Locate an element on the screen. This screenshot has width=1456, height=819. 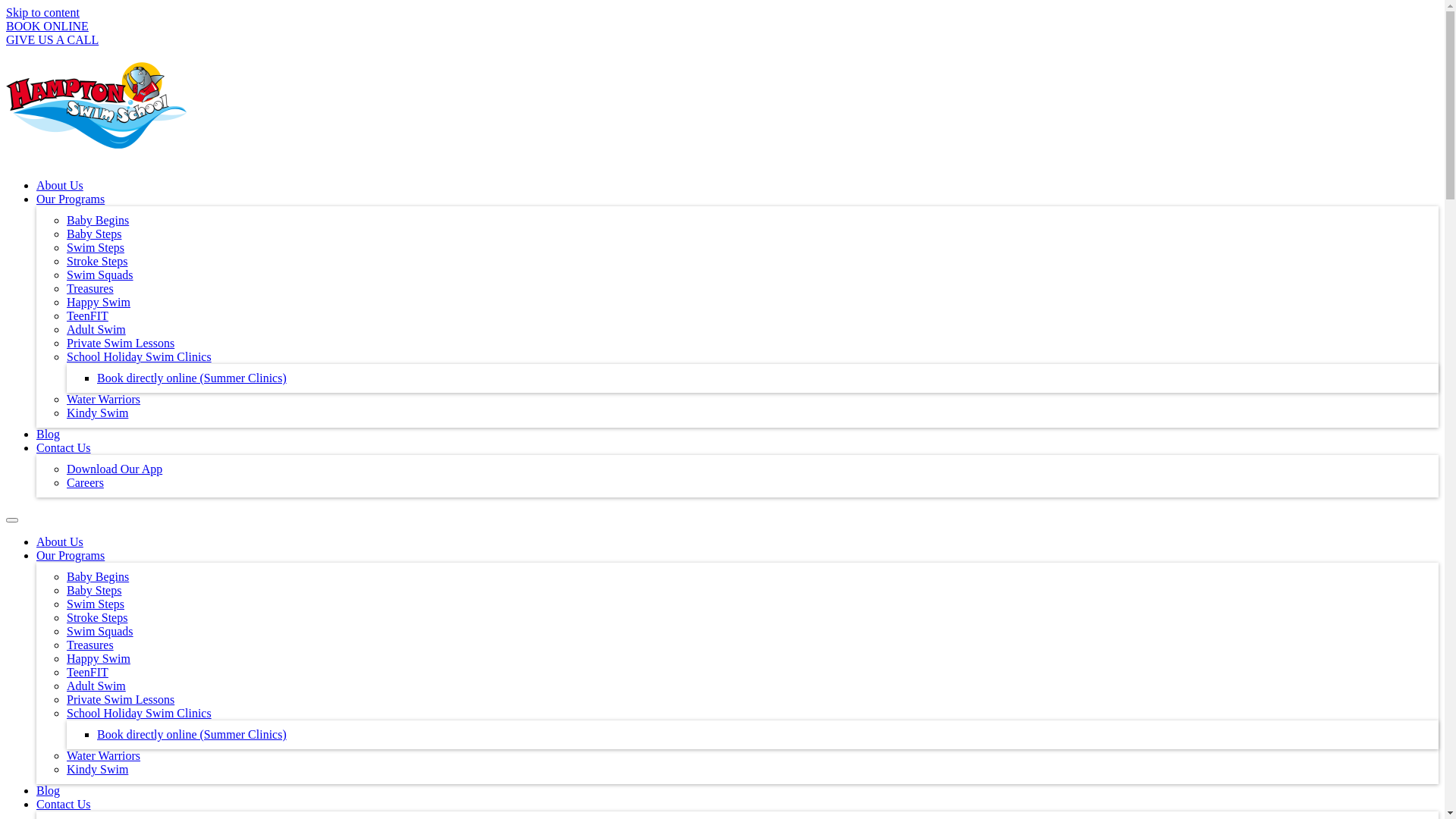
'Swim Steps' is located at coordinates (94, 603).